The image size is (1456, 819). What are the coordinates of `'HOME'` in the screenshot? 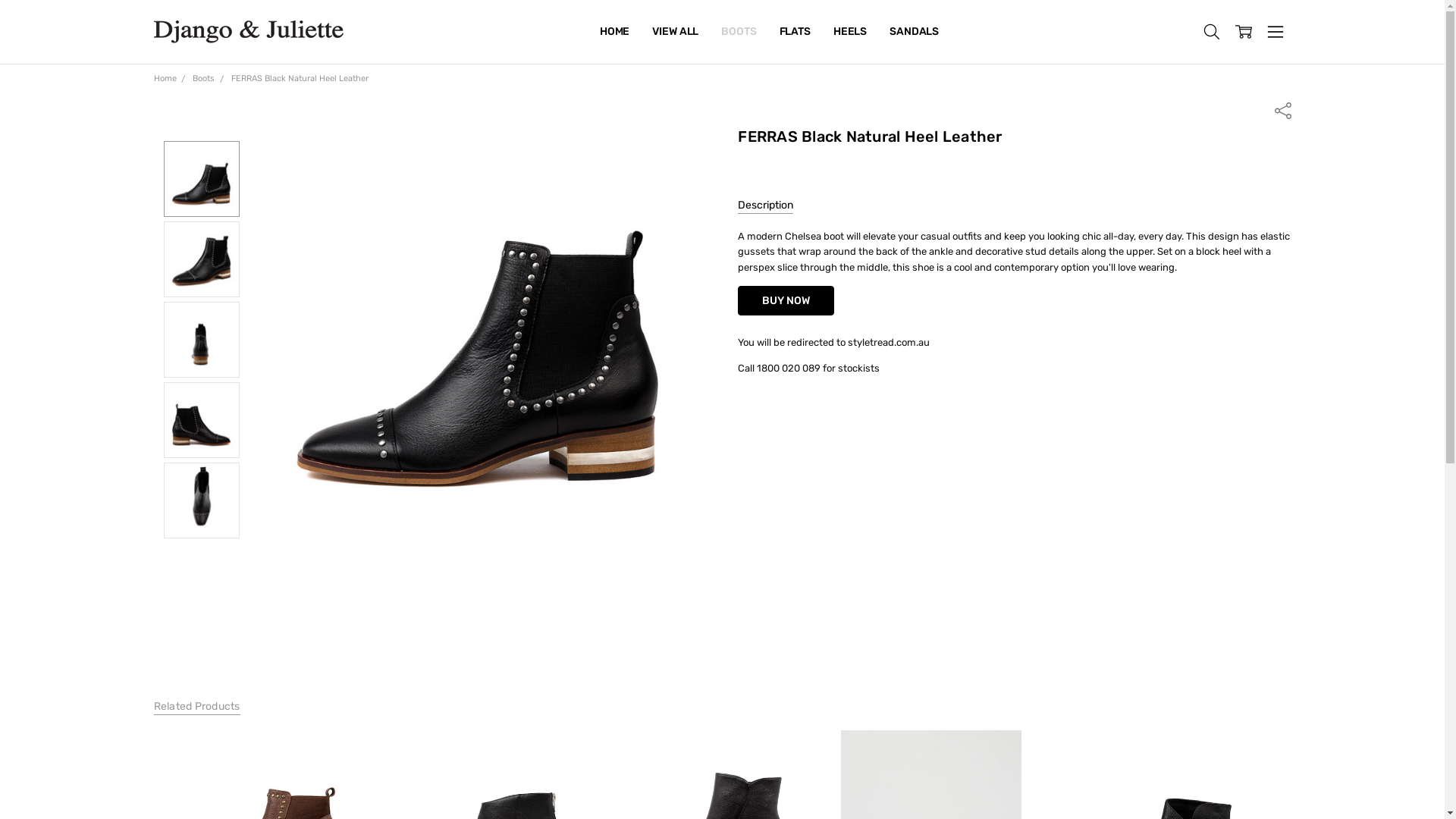 It's located at (614, 32).